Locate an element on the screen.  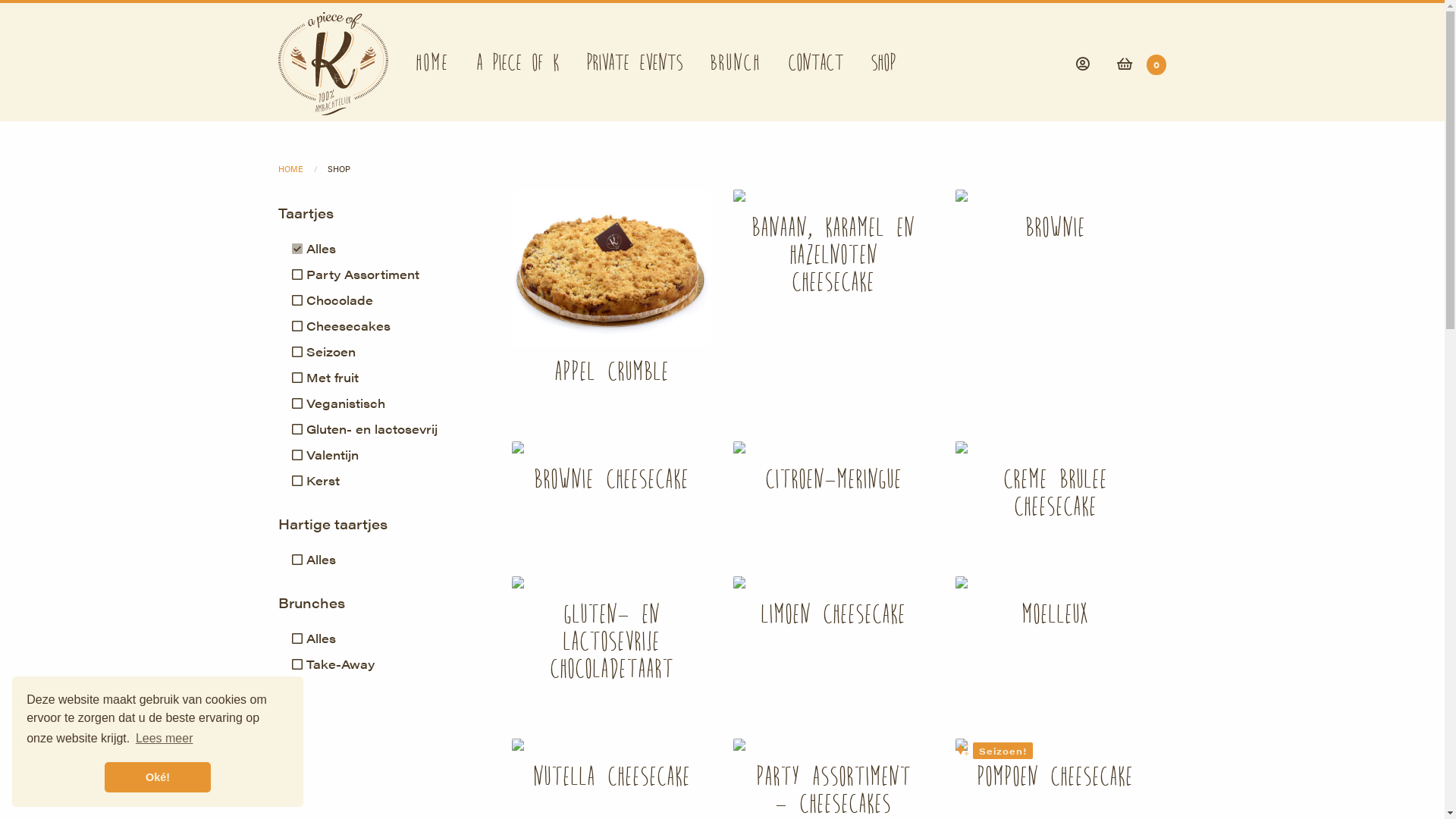
'Lees meer' is located at coordinates (164, 738).